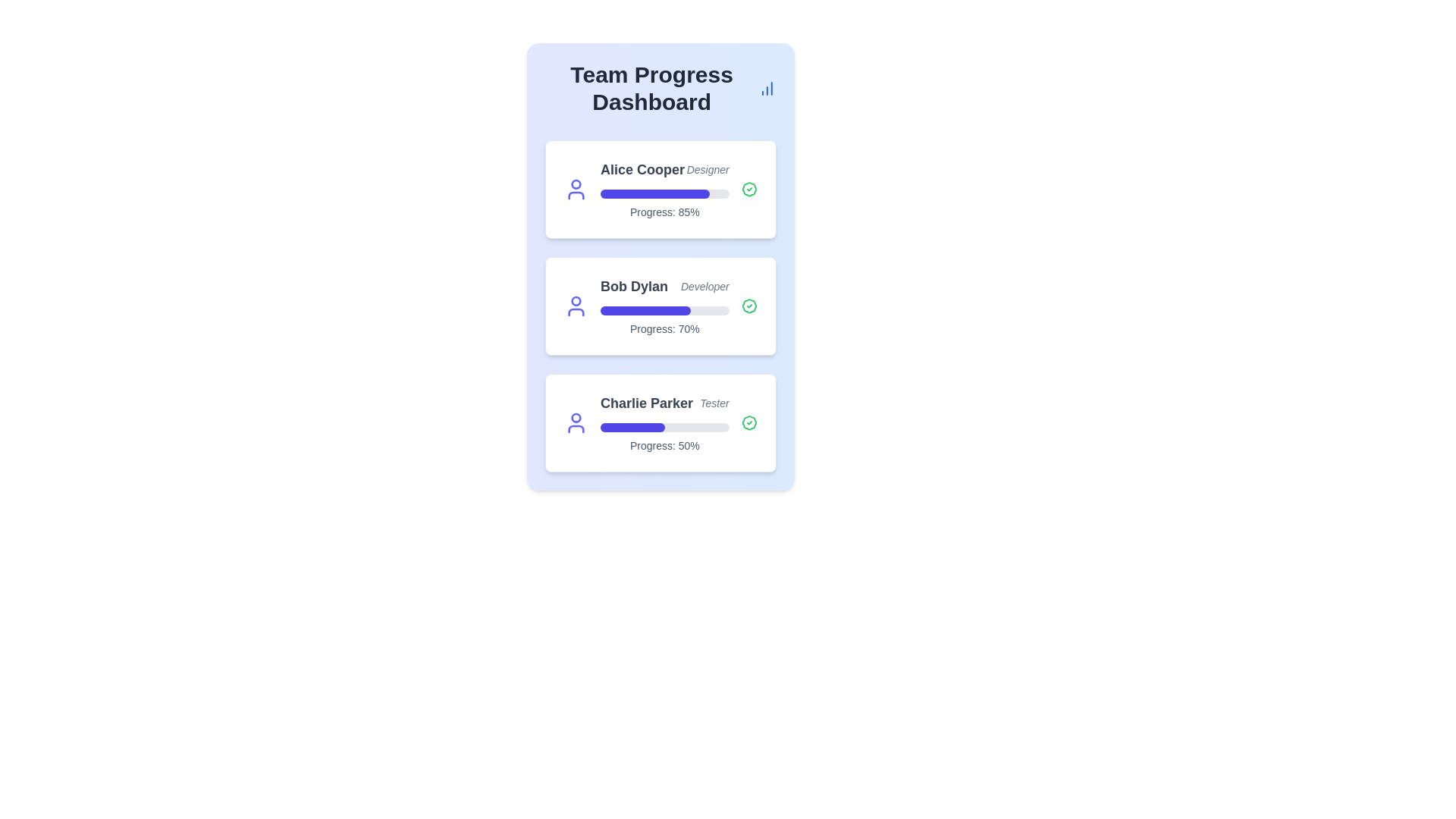 The image size is (1456, 819). I want to click on the text label displaying 'Bob Dylan' and their role 'Developer' within the second card of the Team Progress Dashboard, so click(664, 287).